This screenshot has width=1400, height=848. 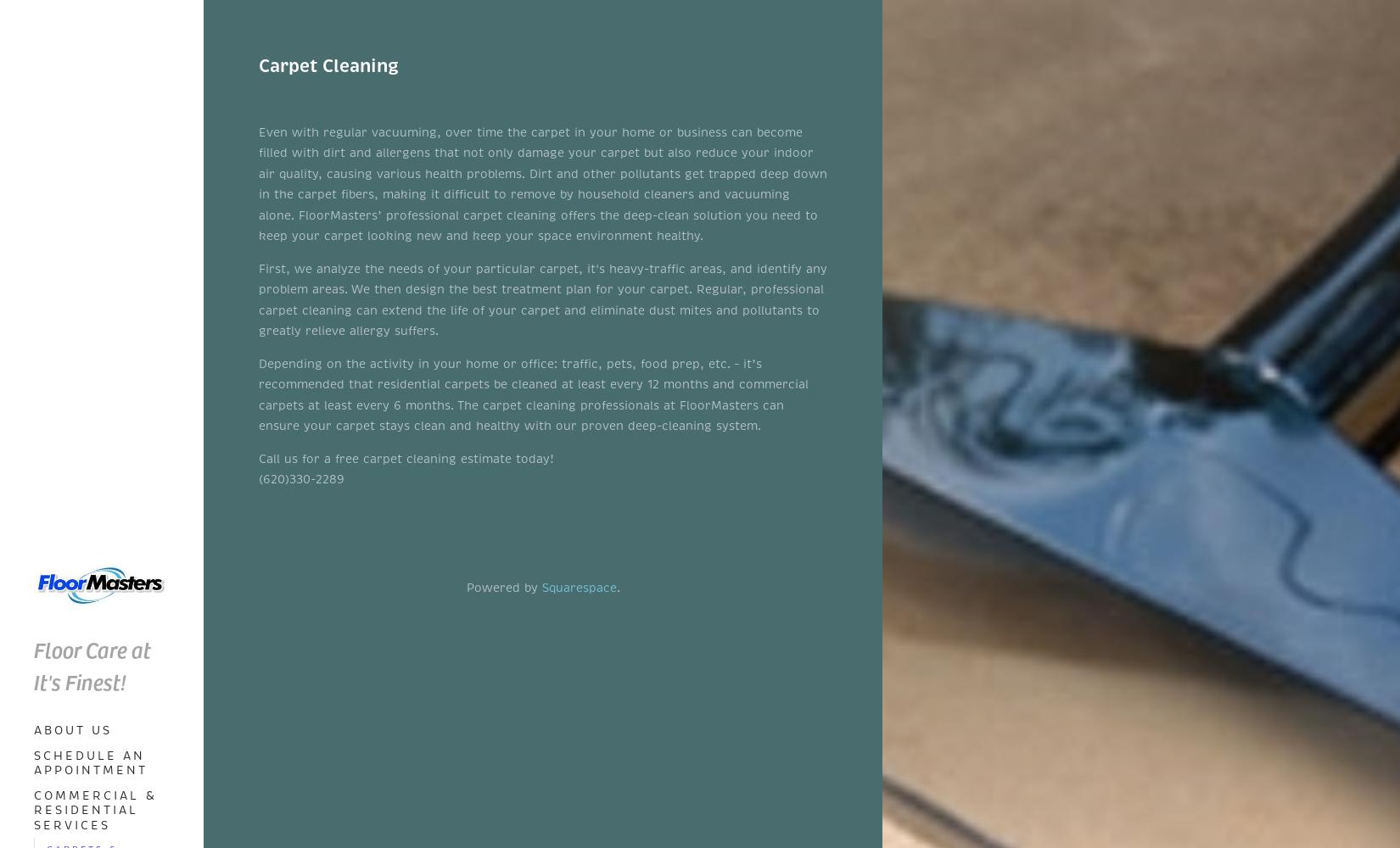 I want to click on 'First, we analyze the needs of your particular carpet, it's heavy-traffic areas, and identify any problem areas. We then design the best treatment plan for your carpet. Regular, professional carpet cleaning can extend the life of your carpet and eliminate dust mites and pollutants to greatly relieve allergy suffers.', so click(x=542, y=298).